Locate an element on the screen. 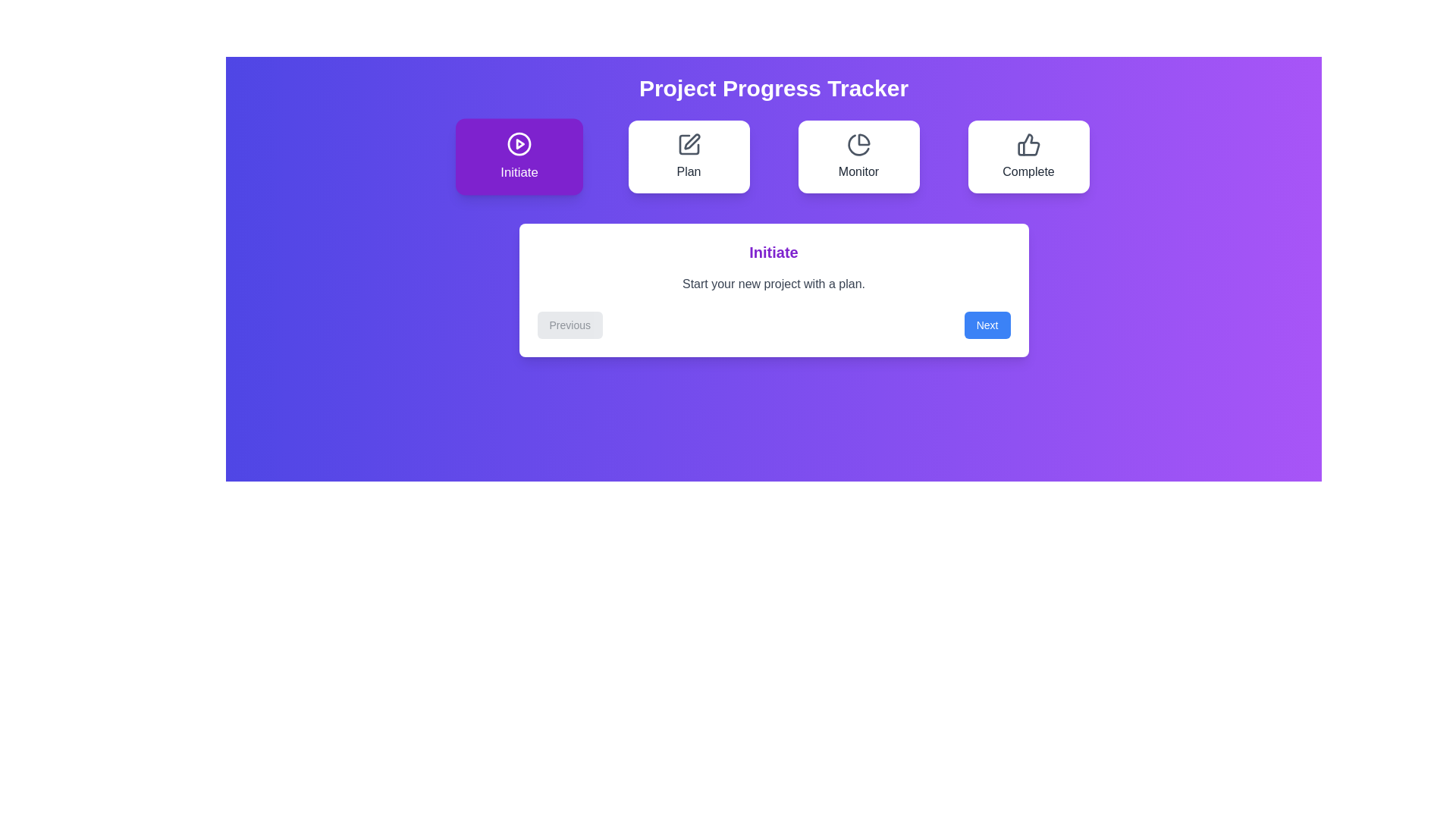 The image size is (1456, 819). the step Monitor in the progress tracker is located at coordinates (858, 157).